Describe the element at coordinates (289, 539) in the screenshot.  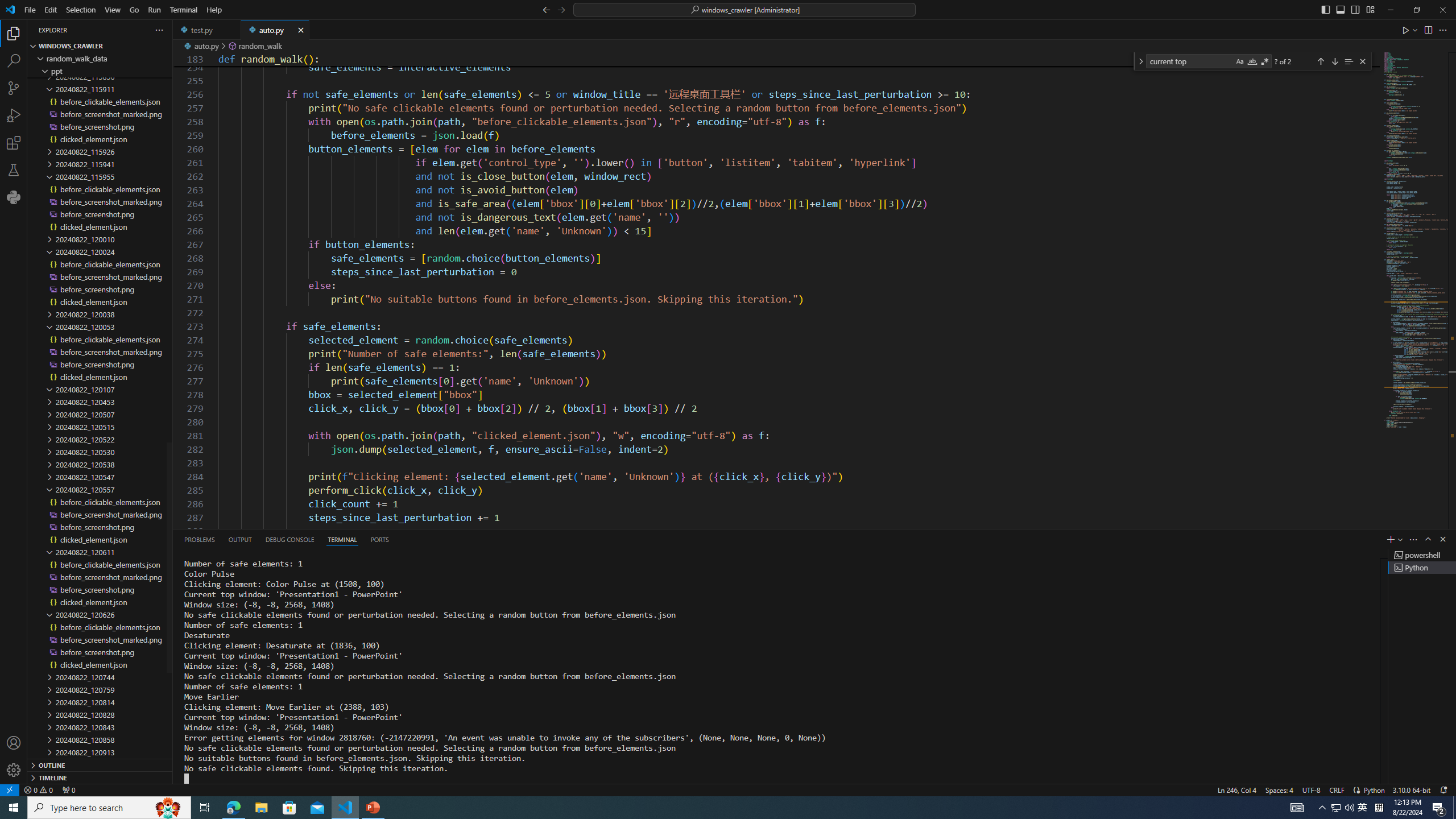
I see `'Debug Console (Ctrl+Shift+Y)'` at that location.